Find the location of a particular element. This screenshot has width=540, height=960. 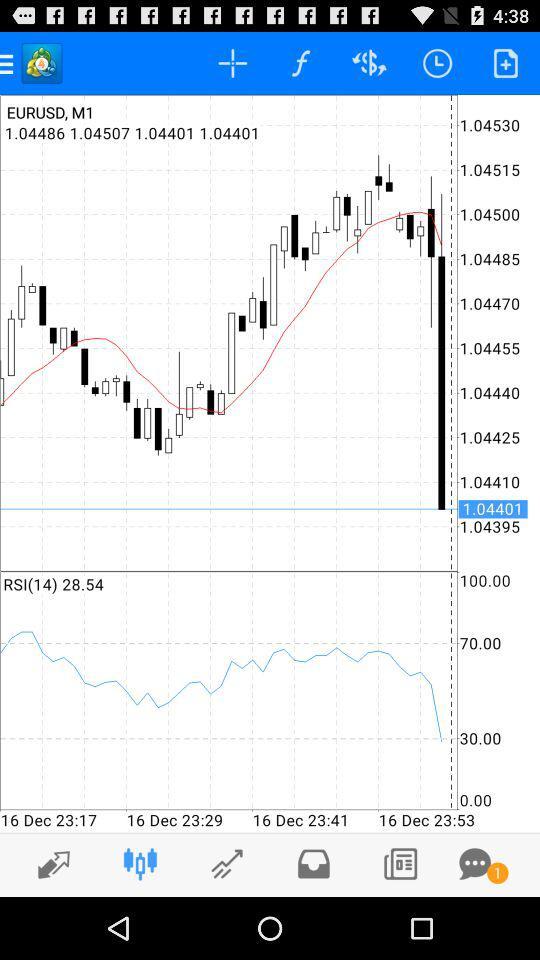

the chat icon is located at coordinates (474, 924).